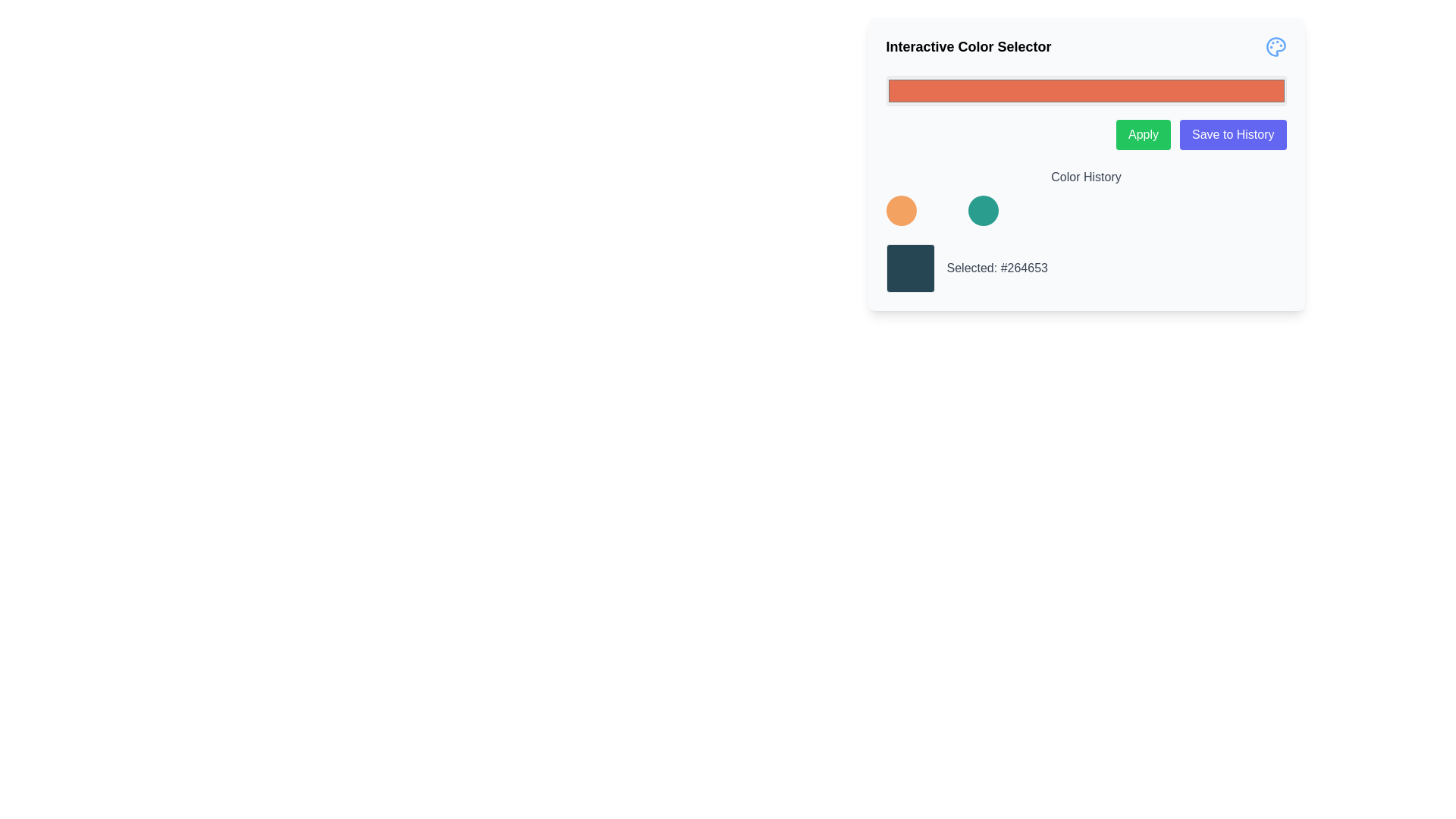 This screenshot has height=819, width=1456. I want to click on the individual colored circular icons within the 'Color History' interactive display panel, so click(1085, 196).